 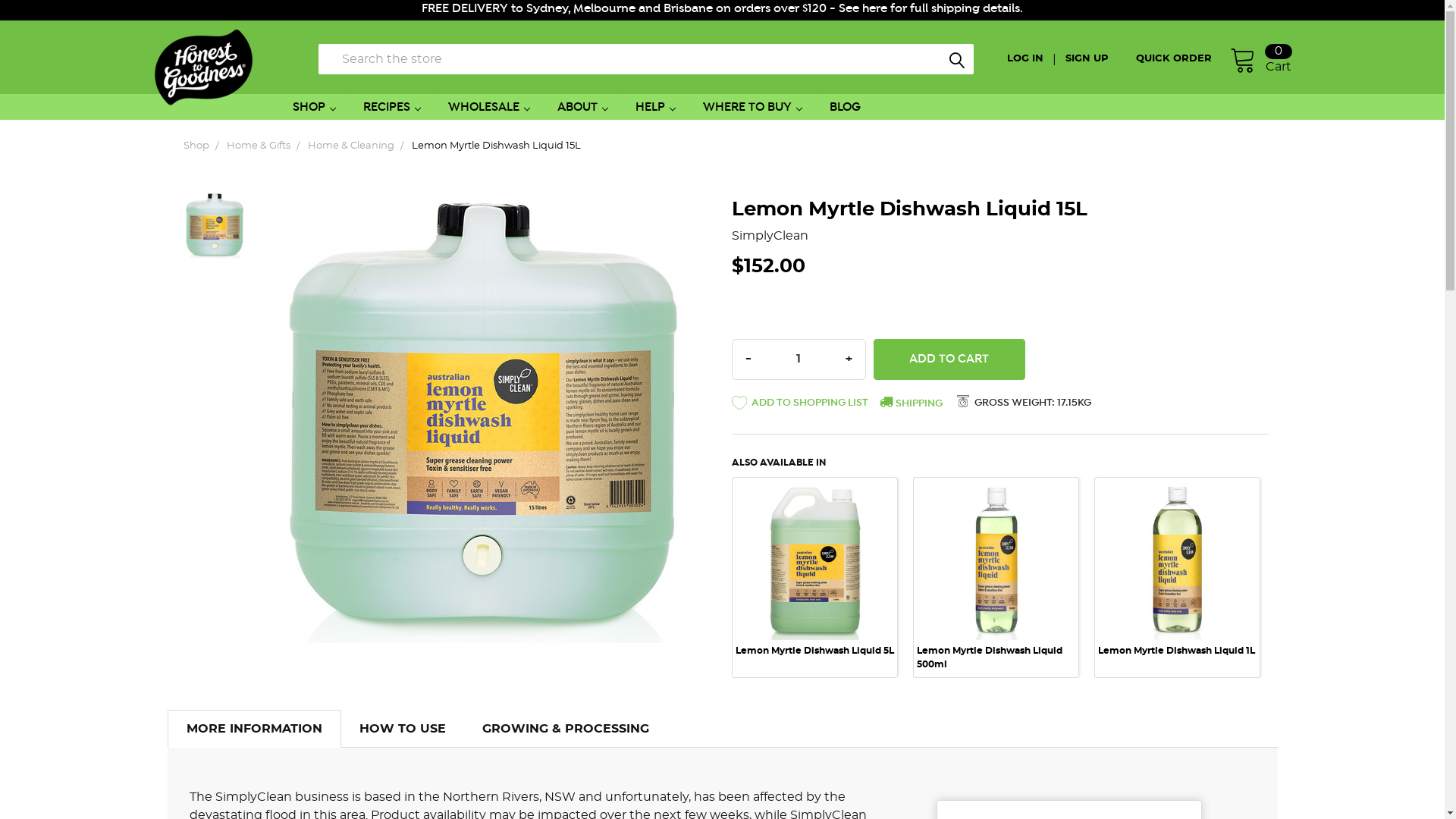 What do you see at coordinates (214, 224) in the screenshot?
I see `'Lemon Myrtle Dishwash Liquid 15L 1'` at bounding box center [214, 224].